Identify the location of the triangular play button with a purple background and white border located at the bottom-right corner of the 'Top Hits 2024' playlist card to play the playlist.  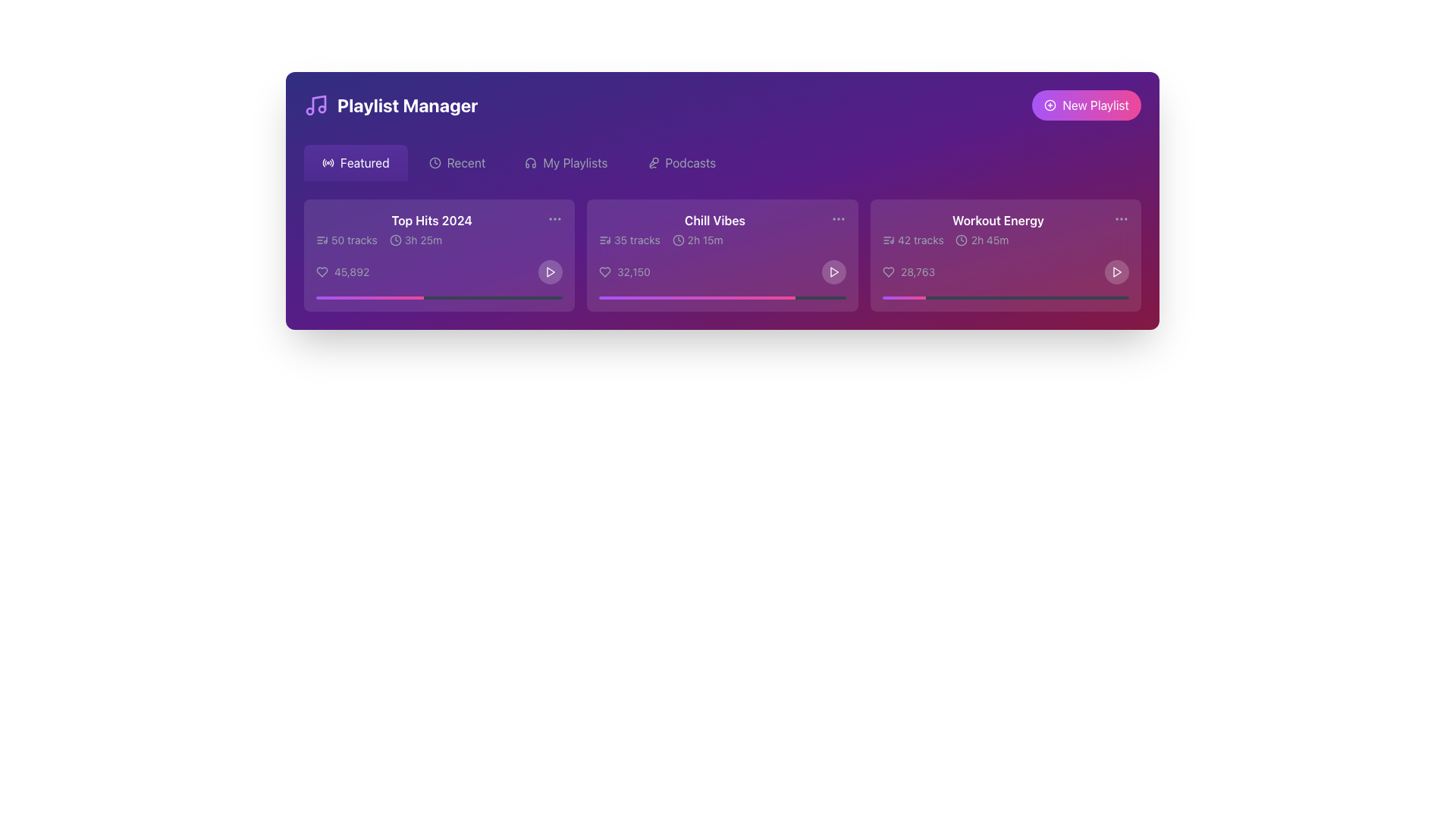
(549, 271).